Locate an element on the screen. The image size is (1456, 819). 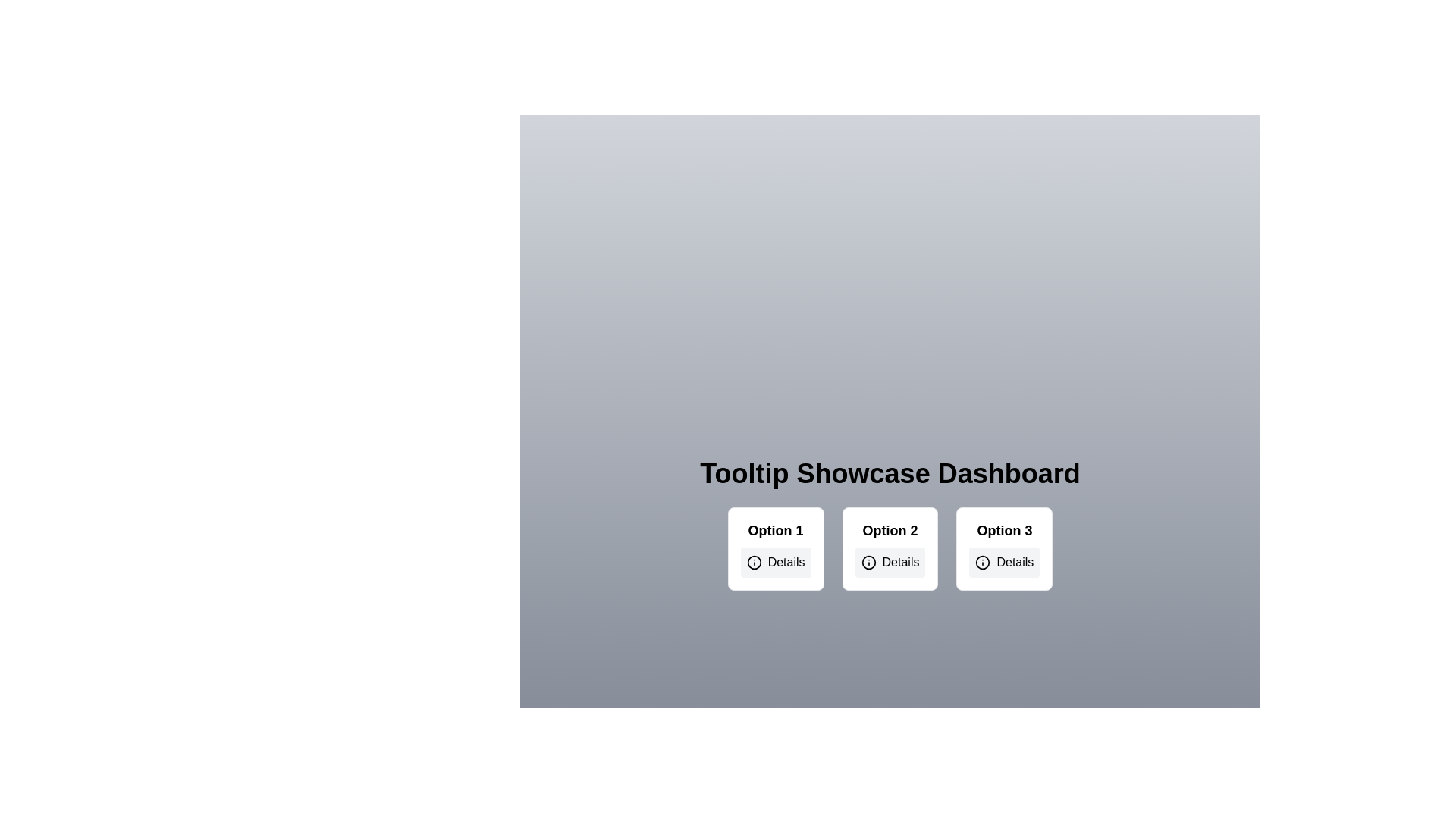
the help icon located in the third option button from the left under the 'Tooltip Showcase Dashboard', positioned to the left of the 'Details' text is located at coordinates (983, 562).